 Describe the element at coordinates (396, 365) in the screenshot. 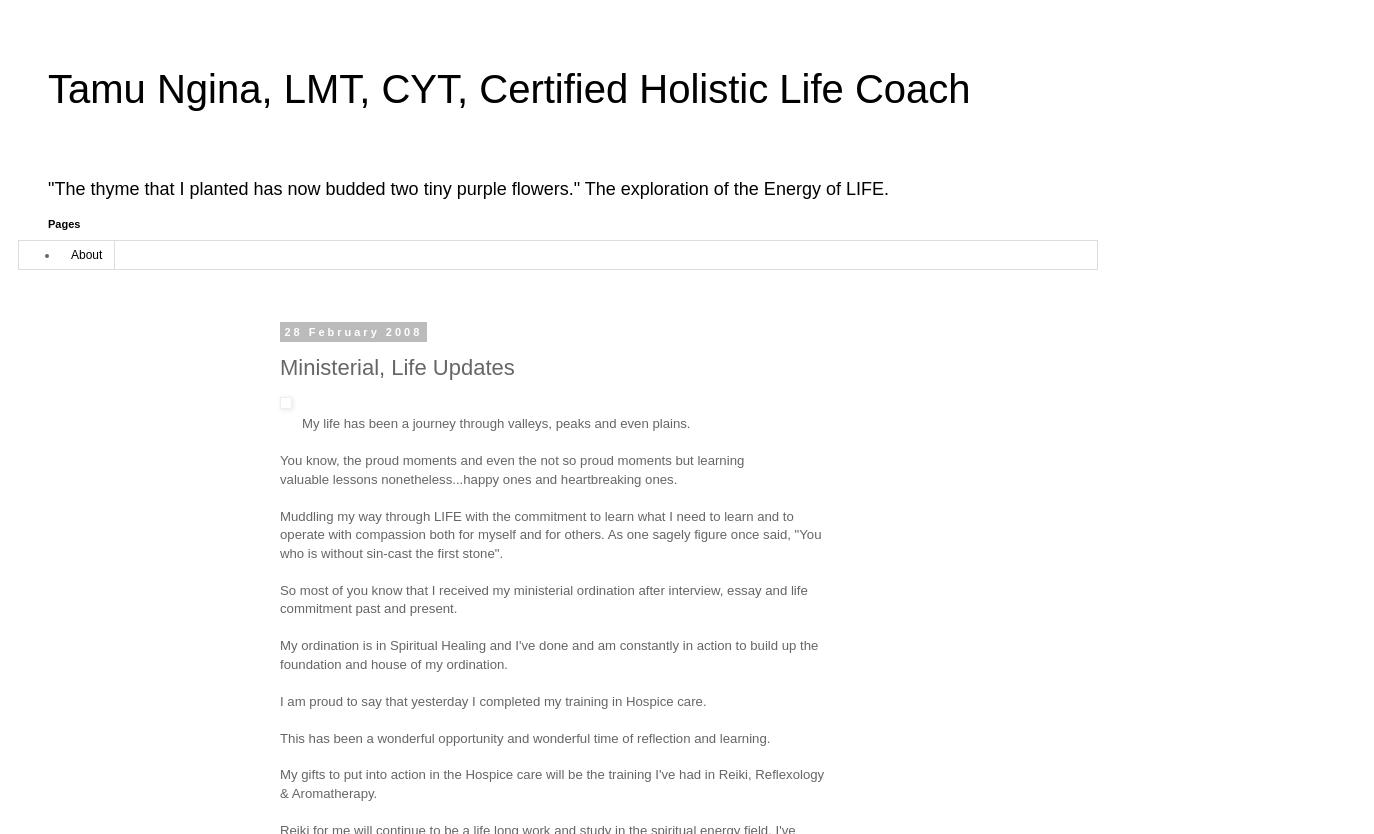

I see `'Ministerial, Life Updates'` at that location.